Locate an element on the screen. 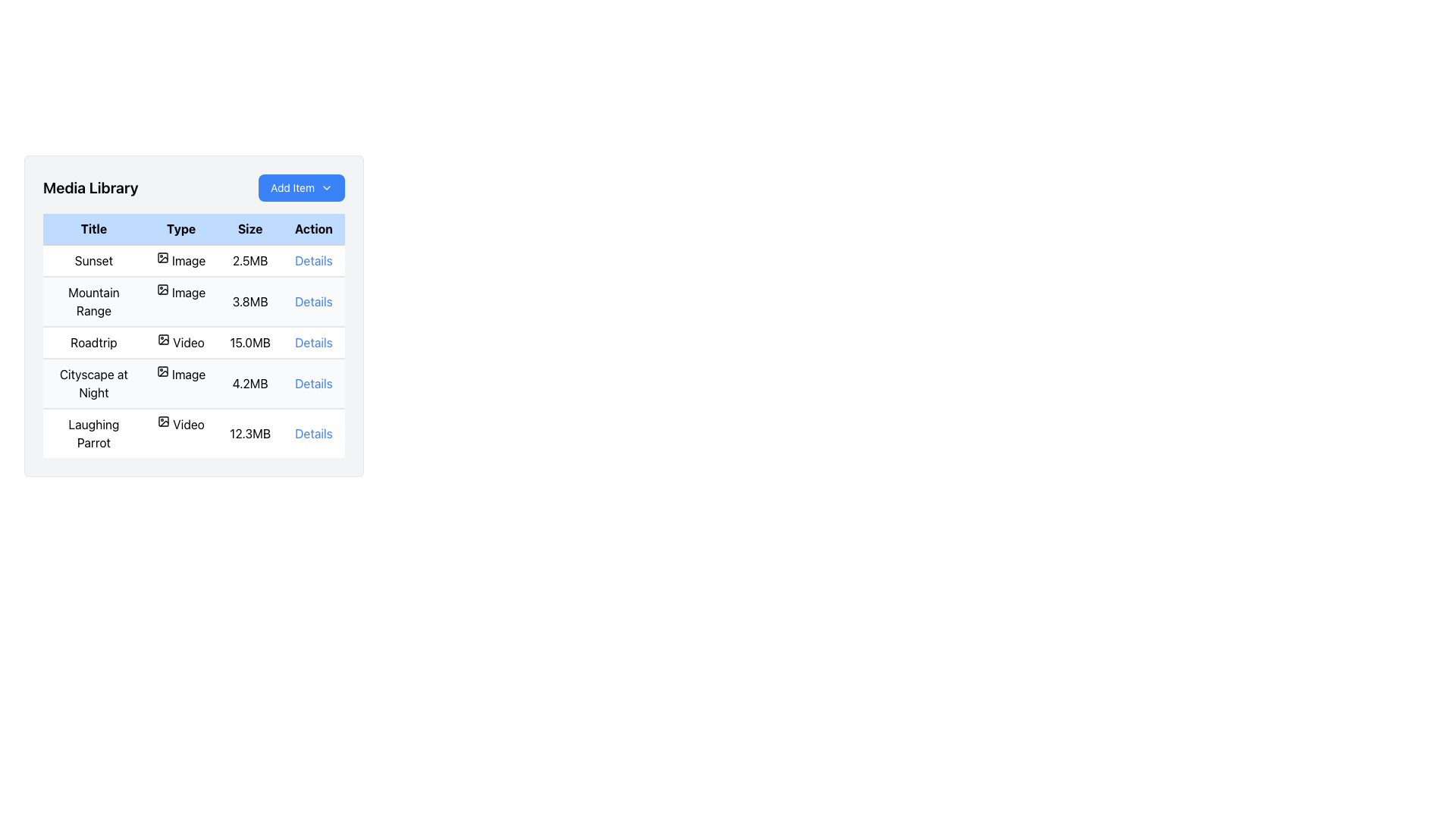 The width and height of the screenshot is (1456, 819). SVG rectangle icon representing a video file located in the 'Type' column of the table, specifically in the last row for 'Laughing Parrot' is located at coordinates (164, 421).